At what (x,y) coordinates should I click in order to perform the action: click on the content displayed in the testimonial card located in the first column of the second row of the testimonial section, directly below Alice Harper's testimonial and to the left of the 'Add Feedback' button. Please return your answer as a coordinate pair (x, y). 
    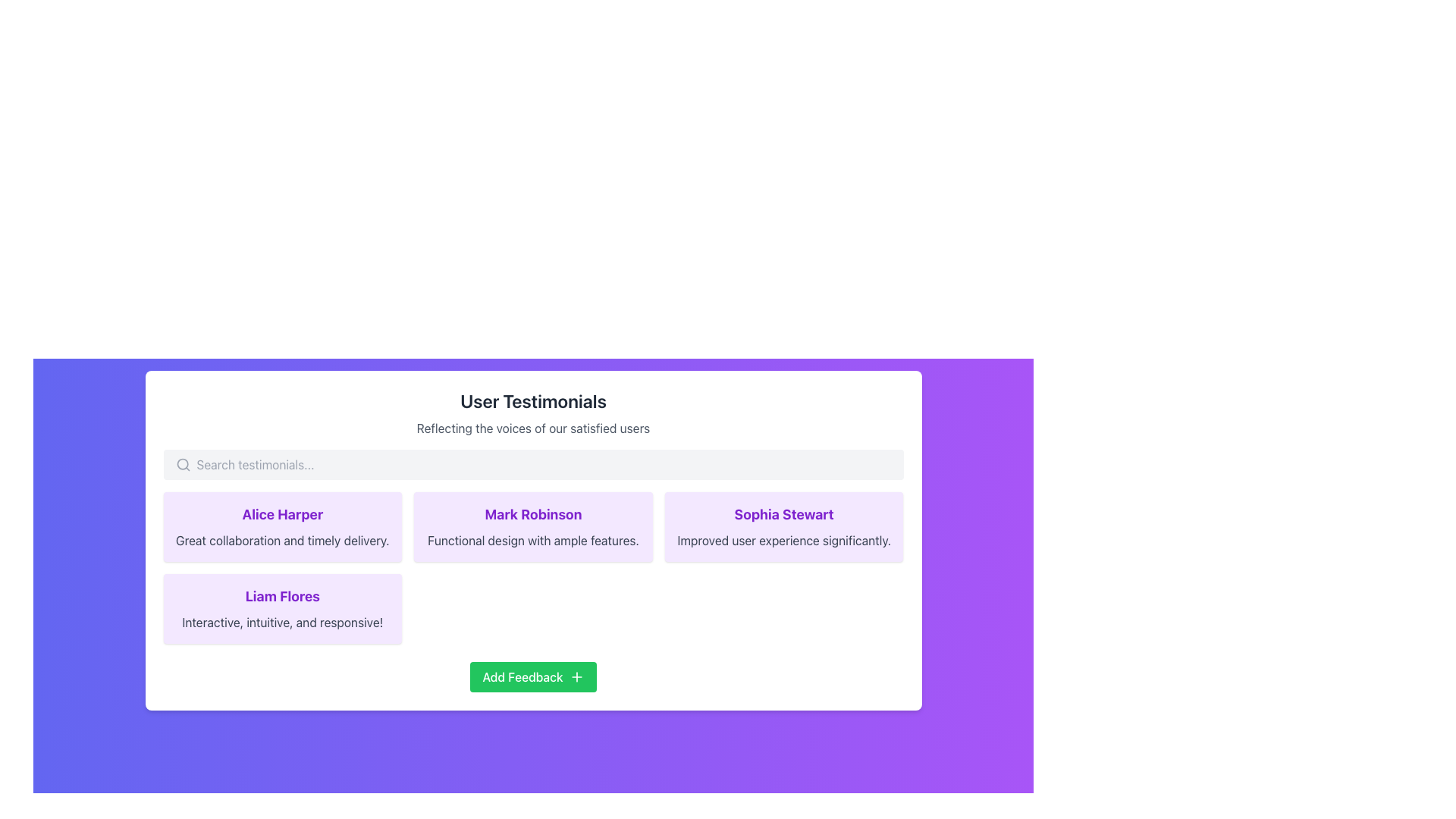
    Looking at the image, I should click on (282, 607).